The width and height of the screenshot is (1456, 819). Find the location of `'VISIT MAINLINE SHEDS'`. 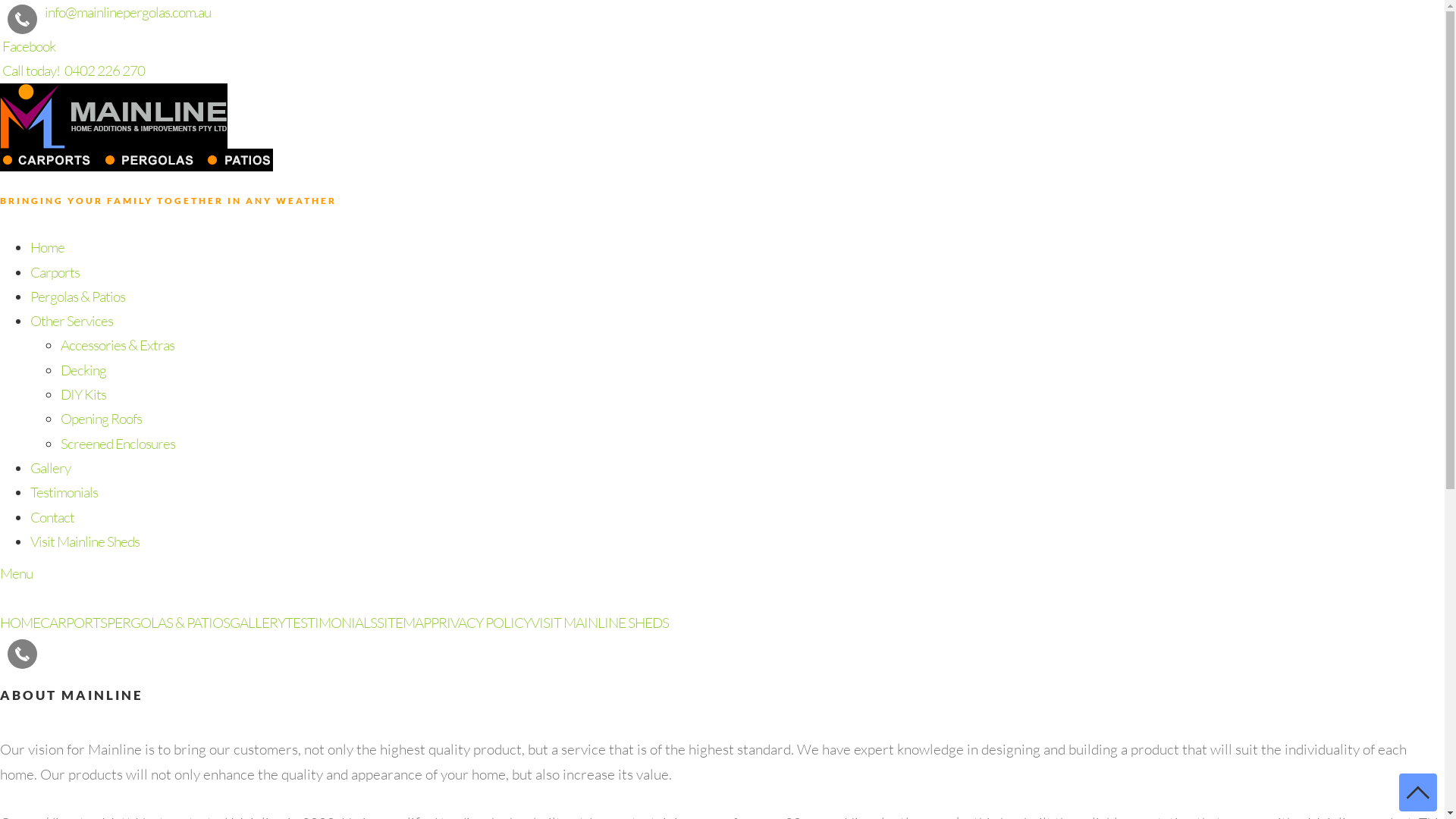

'VISIT MAINLINE SHEDS' is located at coordinates (599, 623).